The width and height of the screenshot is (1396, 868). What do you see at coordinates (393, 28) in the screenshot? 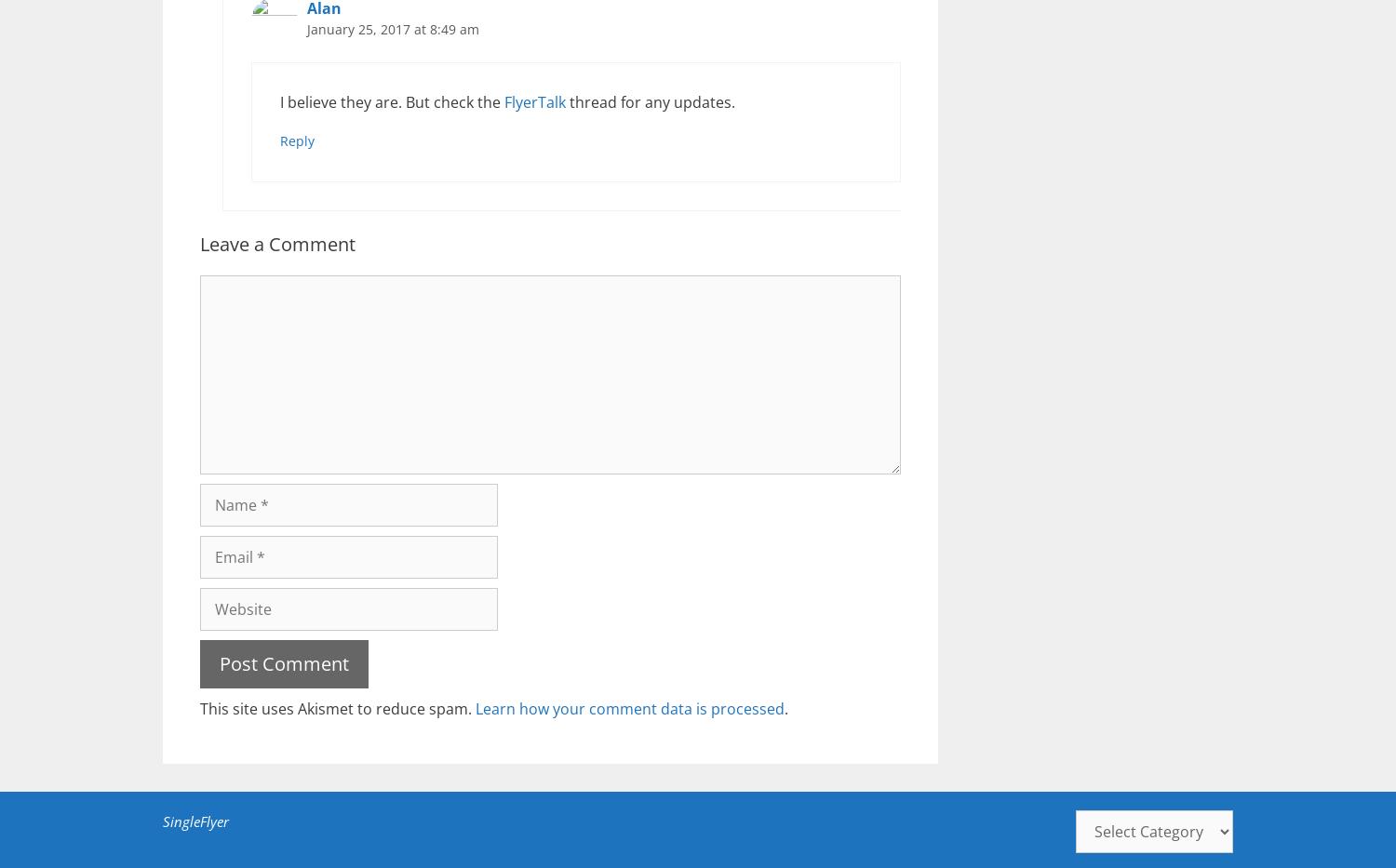
I see `'January 25, 2017 at 8:49 am'` at bounding box center [393, 28].